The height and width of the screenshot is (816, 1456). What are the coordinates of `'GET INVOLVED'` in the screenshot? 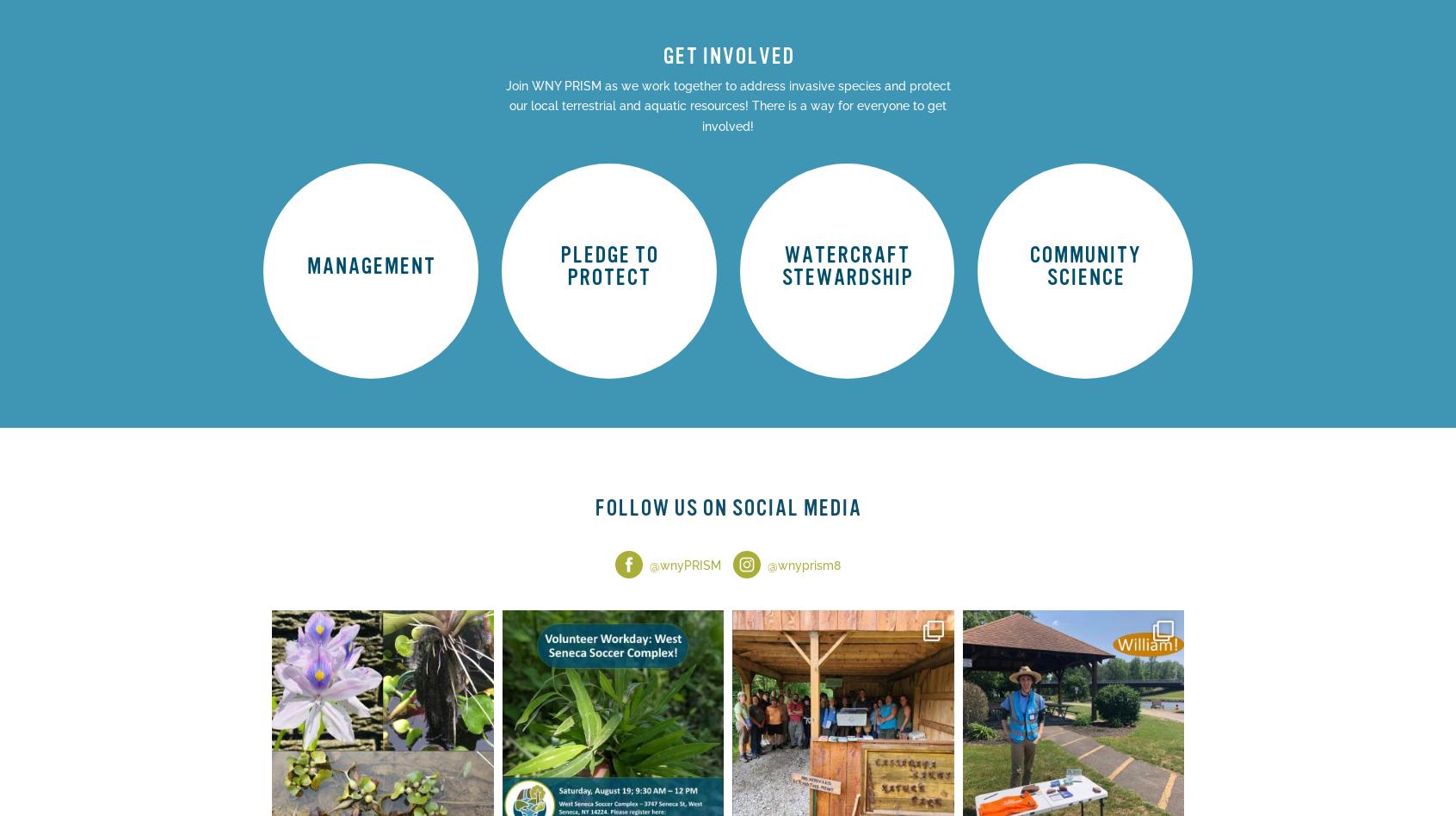 It's located at (727, 55).